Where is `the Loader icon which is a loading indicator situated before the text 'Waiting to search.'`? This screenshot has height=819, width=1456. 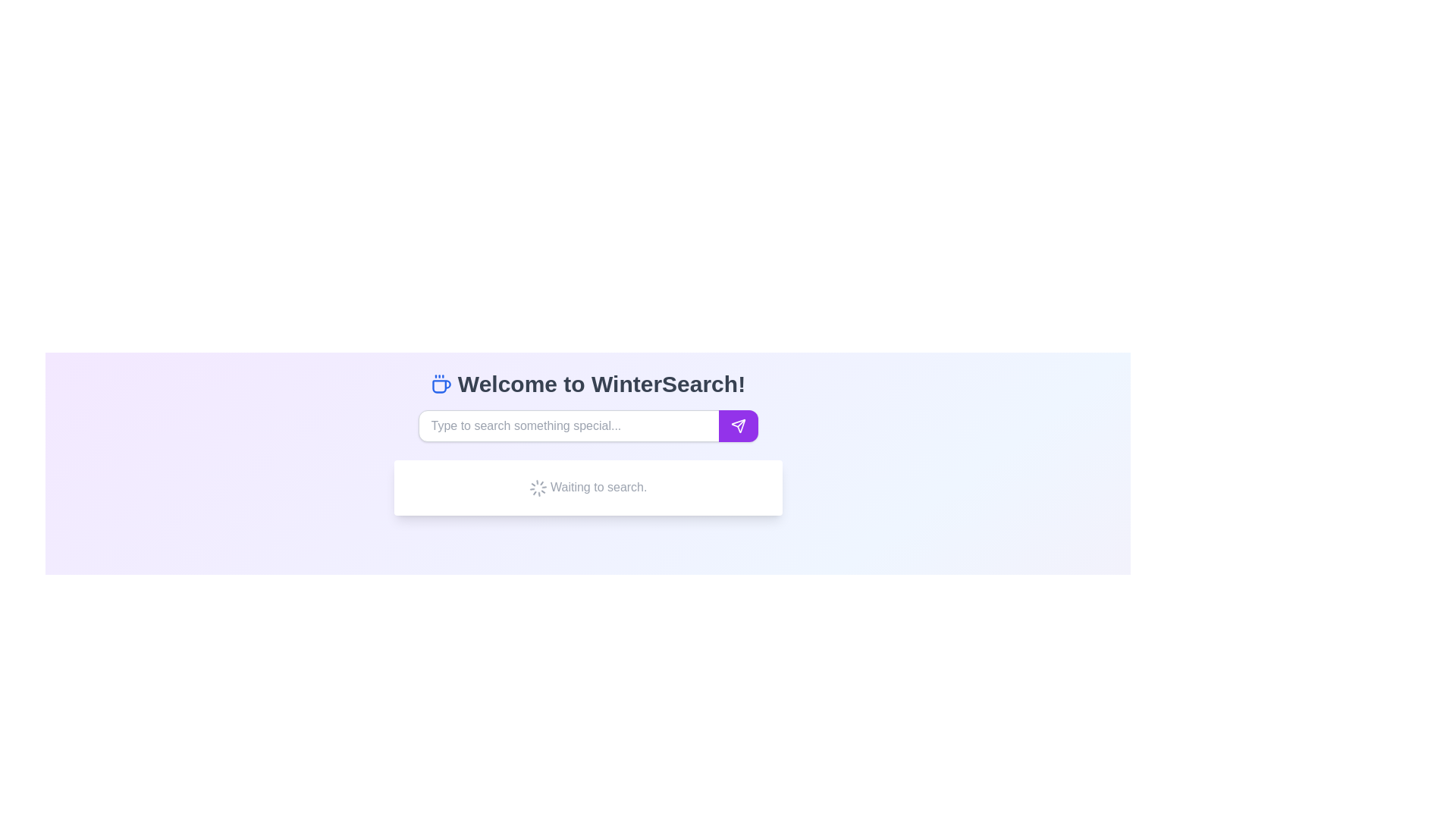 the Loader icon which is a loading indicator situated before the text 'Waiting to search.' is located at coordinates (538, 488).